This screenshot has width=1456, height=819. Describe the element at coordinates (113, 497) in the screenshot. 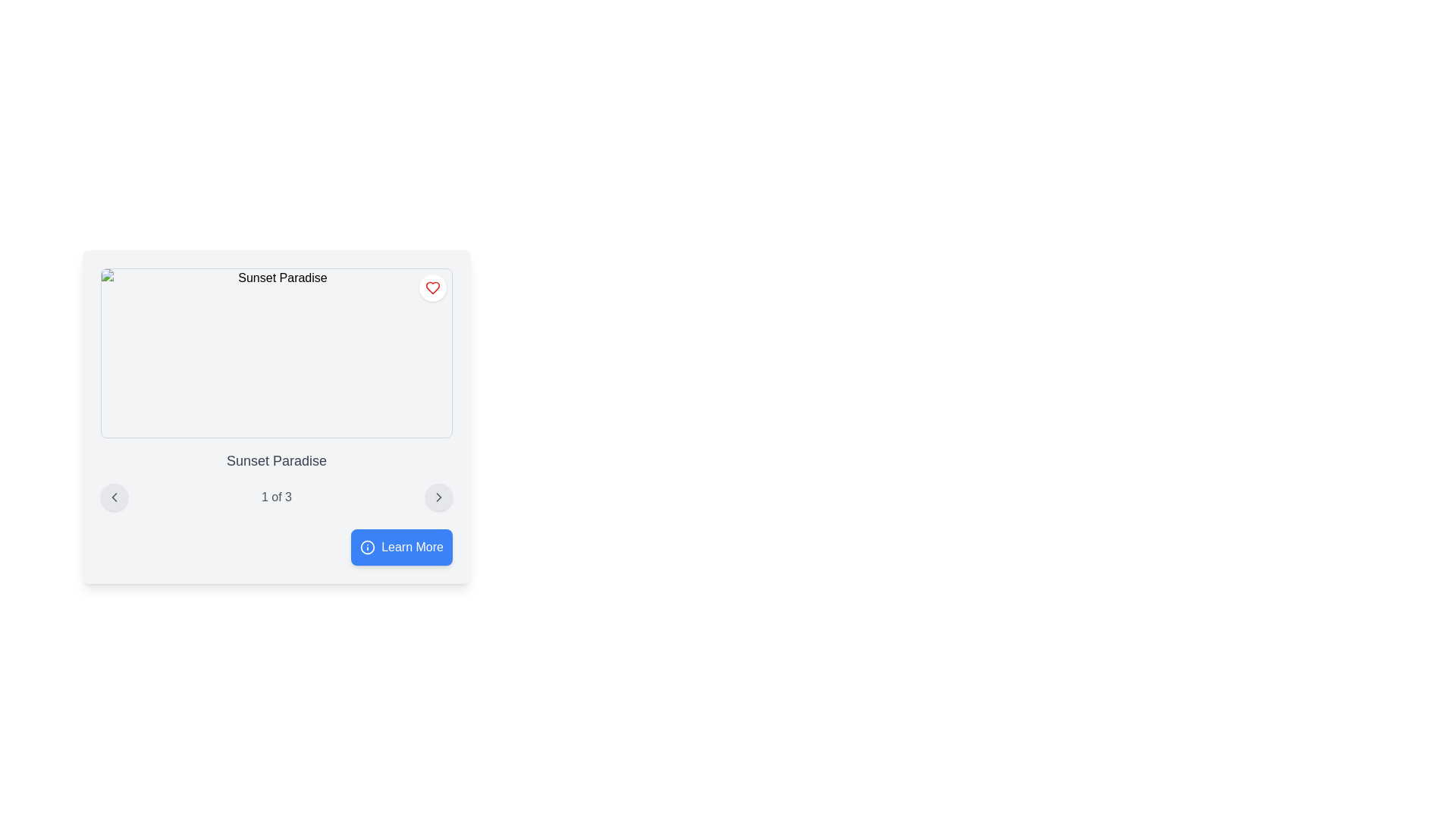

I see `the circular button with a left-pointing chevron icon, located below the 'Sunset Paradise' section` at that location.